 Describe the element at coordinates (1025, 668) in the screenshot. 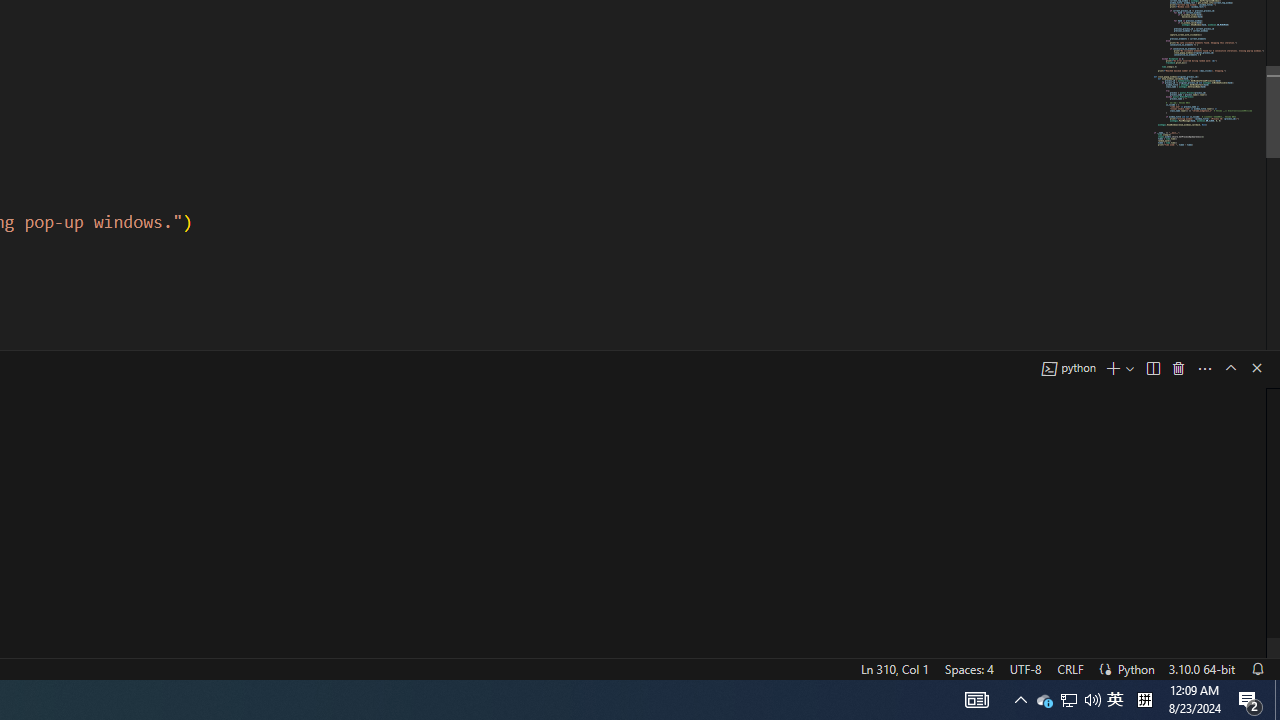

I see `'UTF-8'` at that location.